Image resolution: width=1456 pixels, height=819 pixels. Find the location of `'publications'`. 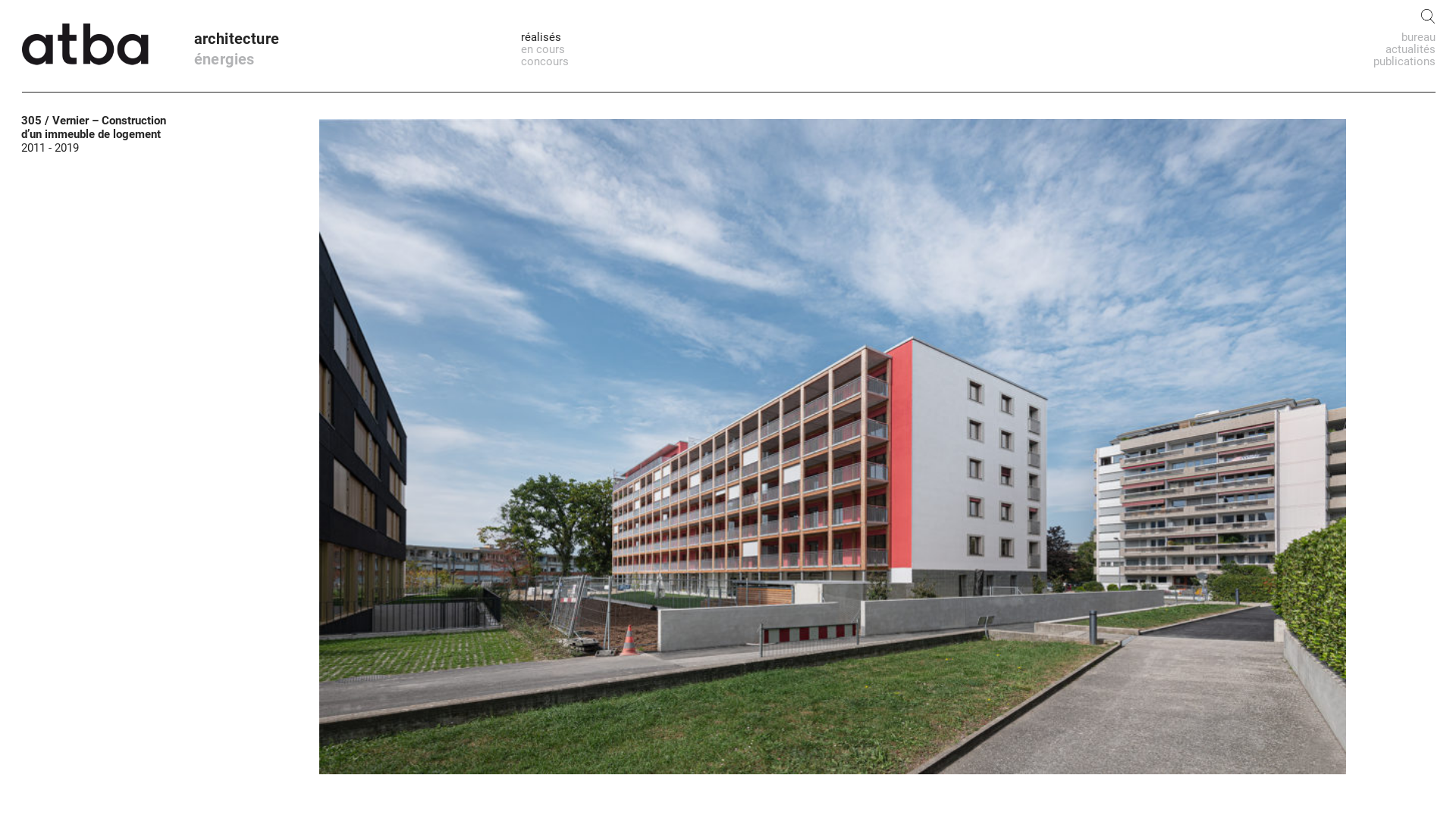

'publications' is located at coordinates (1404, 61).